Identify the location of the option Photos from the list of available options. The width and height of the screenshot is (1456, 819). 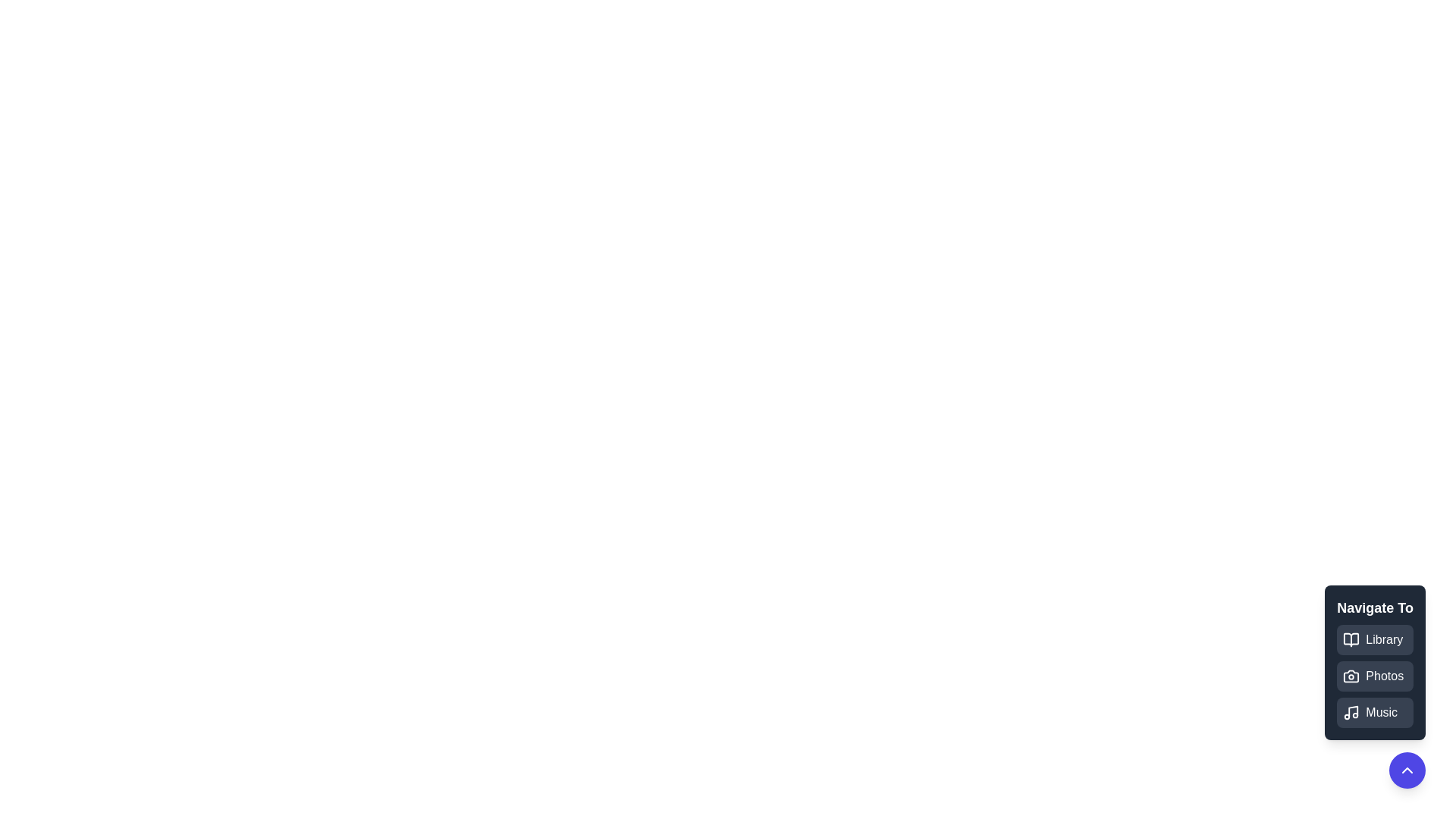
(1375, 675).